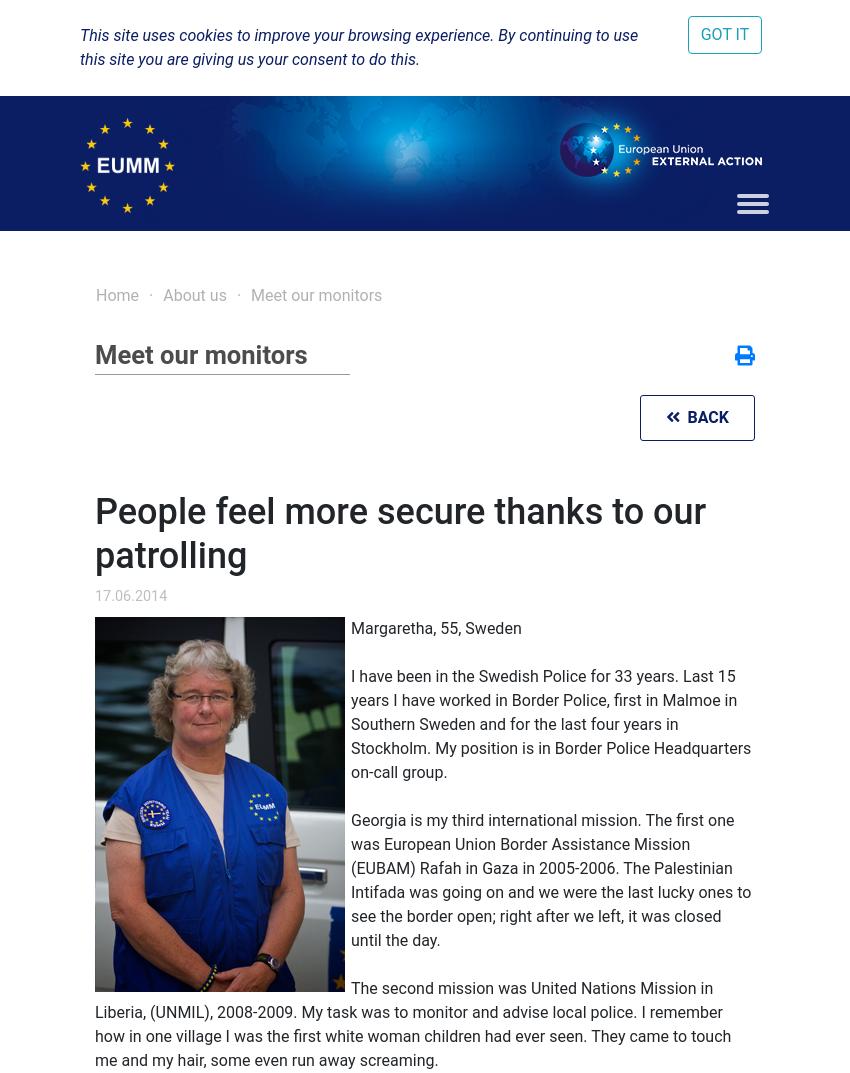 This screenshot has height=1073, width=850. I want to click on 'Back', so click(702, 416).